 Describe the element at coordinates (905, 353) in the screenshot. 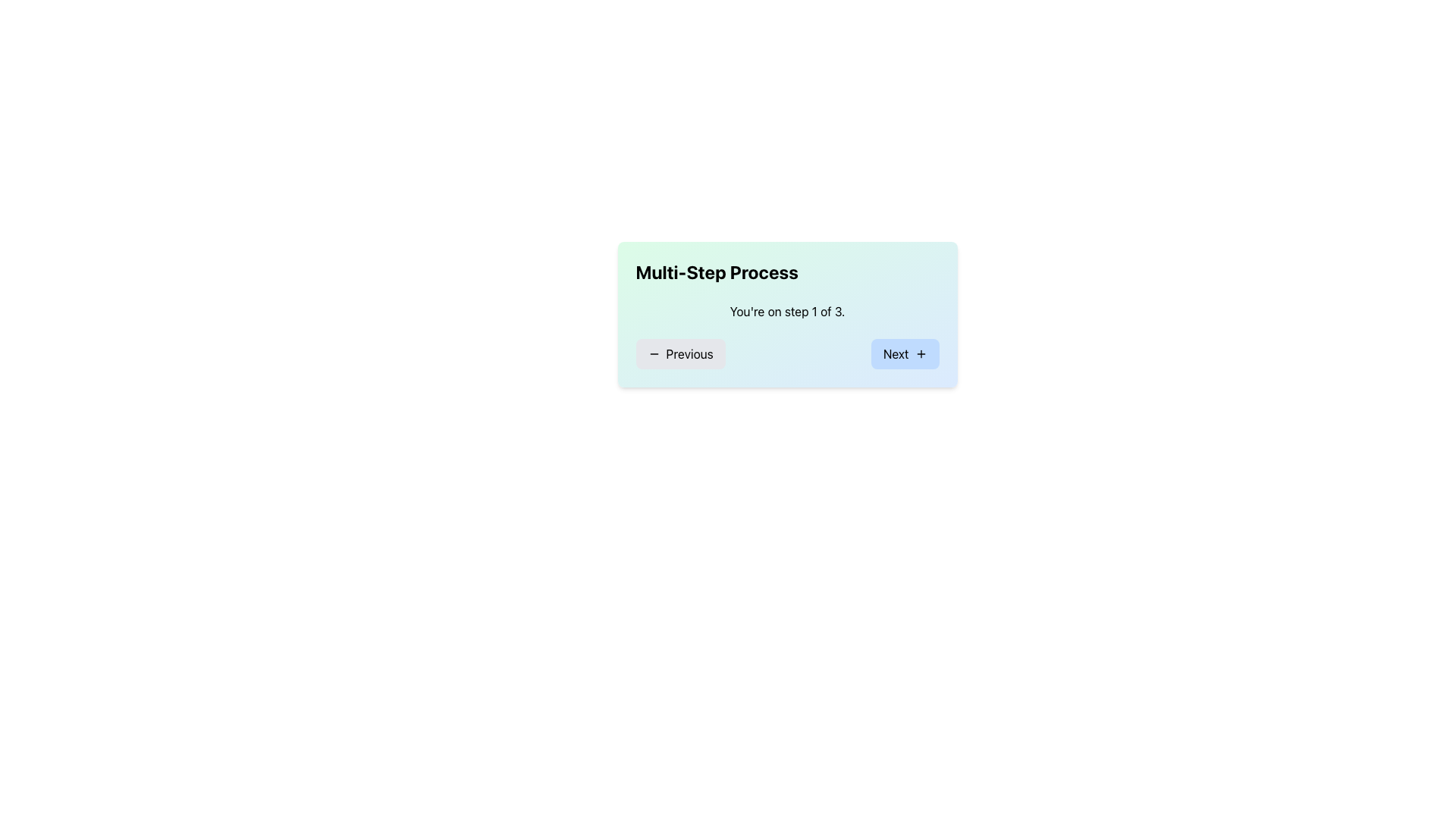

I see `the button labeled 'Next' that is positioned to the right of the 'Previous' button, serving as a navigation control to advance to the next step in the process` at that location.